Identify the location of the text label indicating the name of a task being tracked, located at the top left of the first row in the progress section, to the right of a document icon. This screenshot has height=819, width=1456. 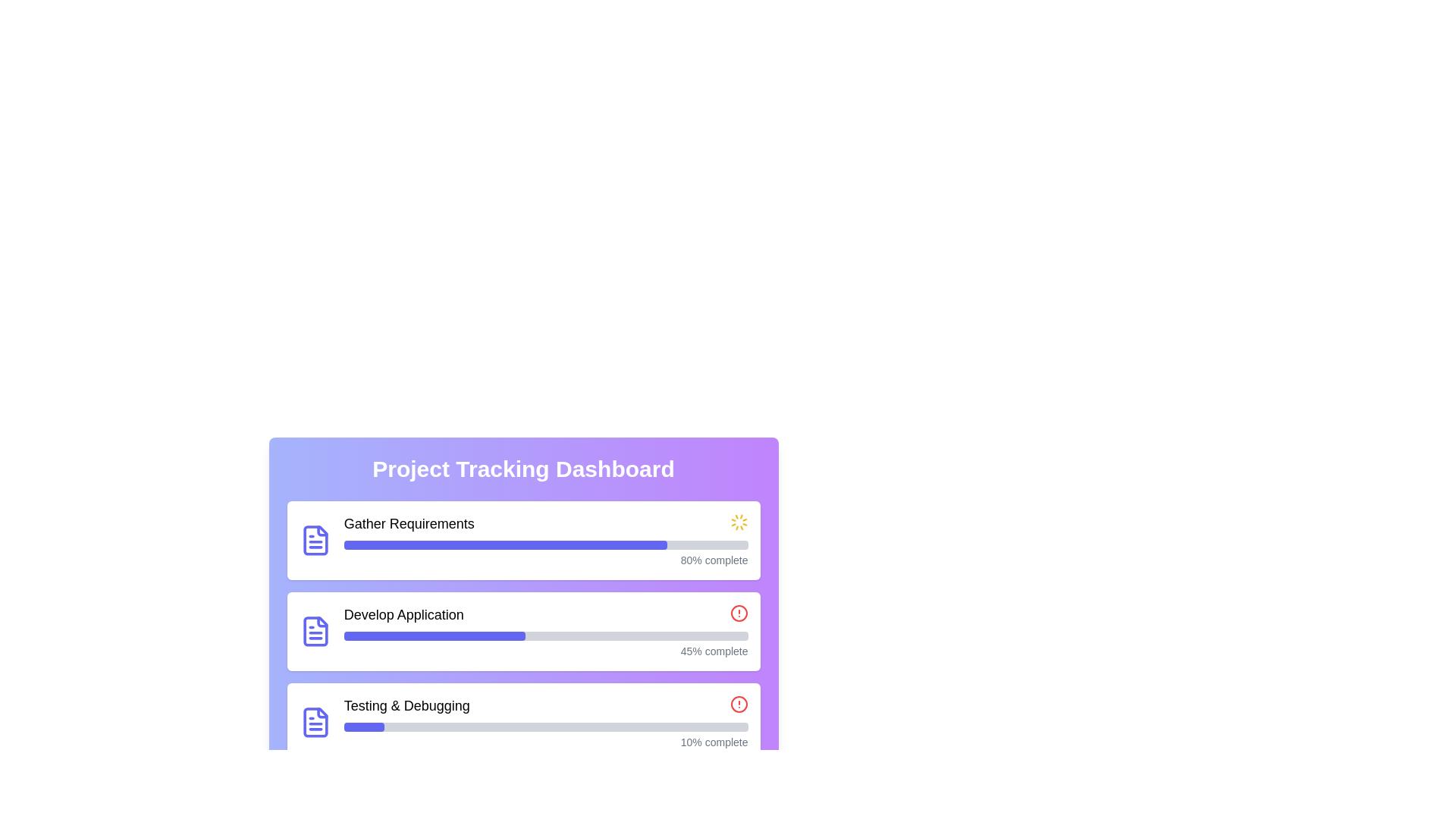
(409, 522).